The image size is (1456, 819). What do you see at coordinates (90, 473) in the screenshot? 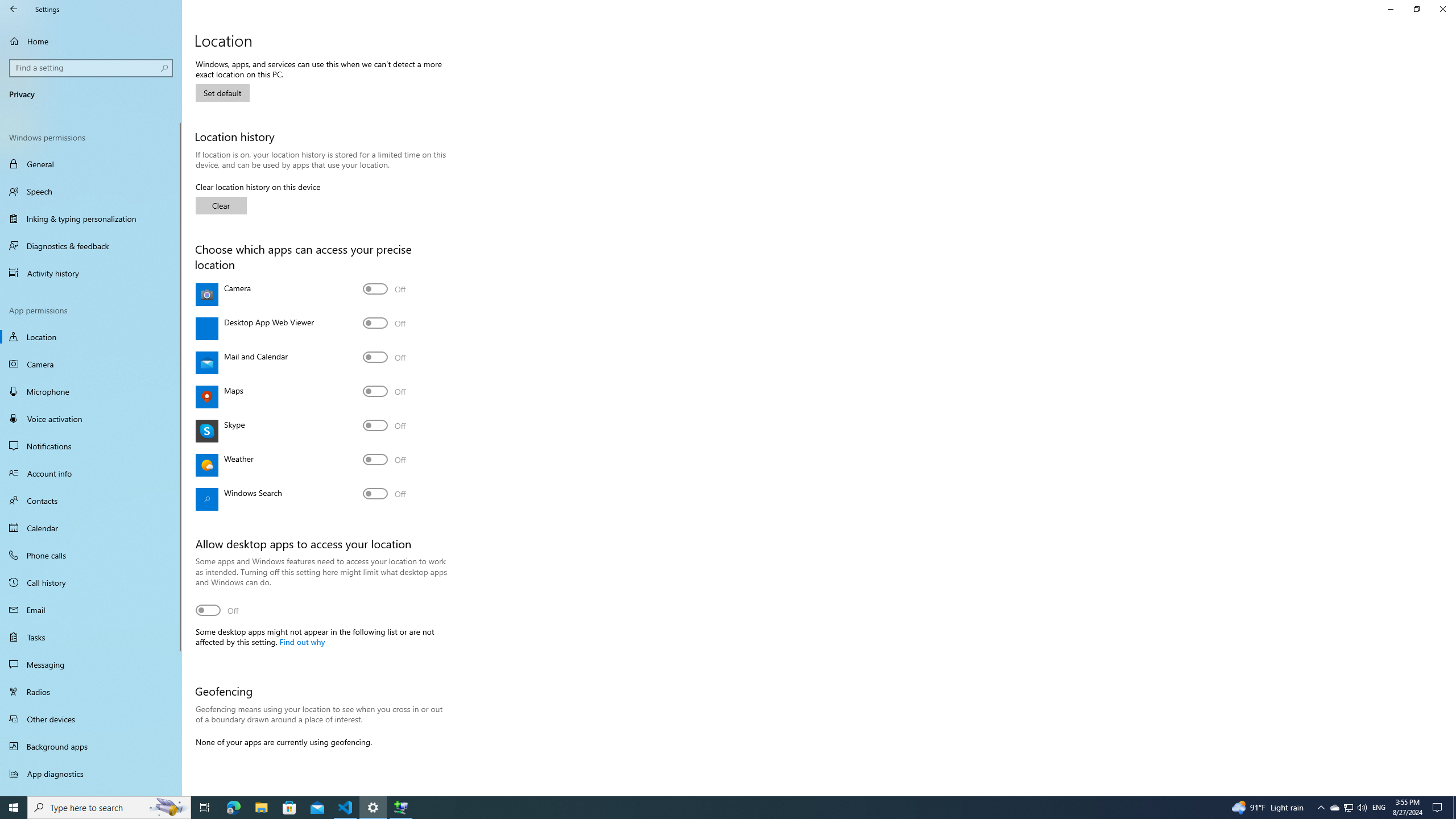
I see `'Account info'` at bounding box center [90, 473].